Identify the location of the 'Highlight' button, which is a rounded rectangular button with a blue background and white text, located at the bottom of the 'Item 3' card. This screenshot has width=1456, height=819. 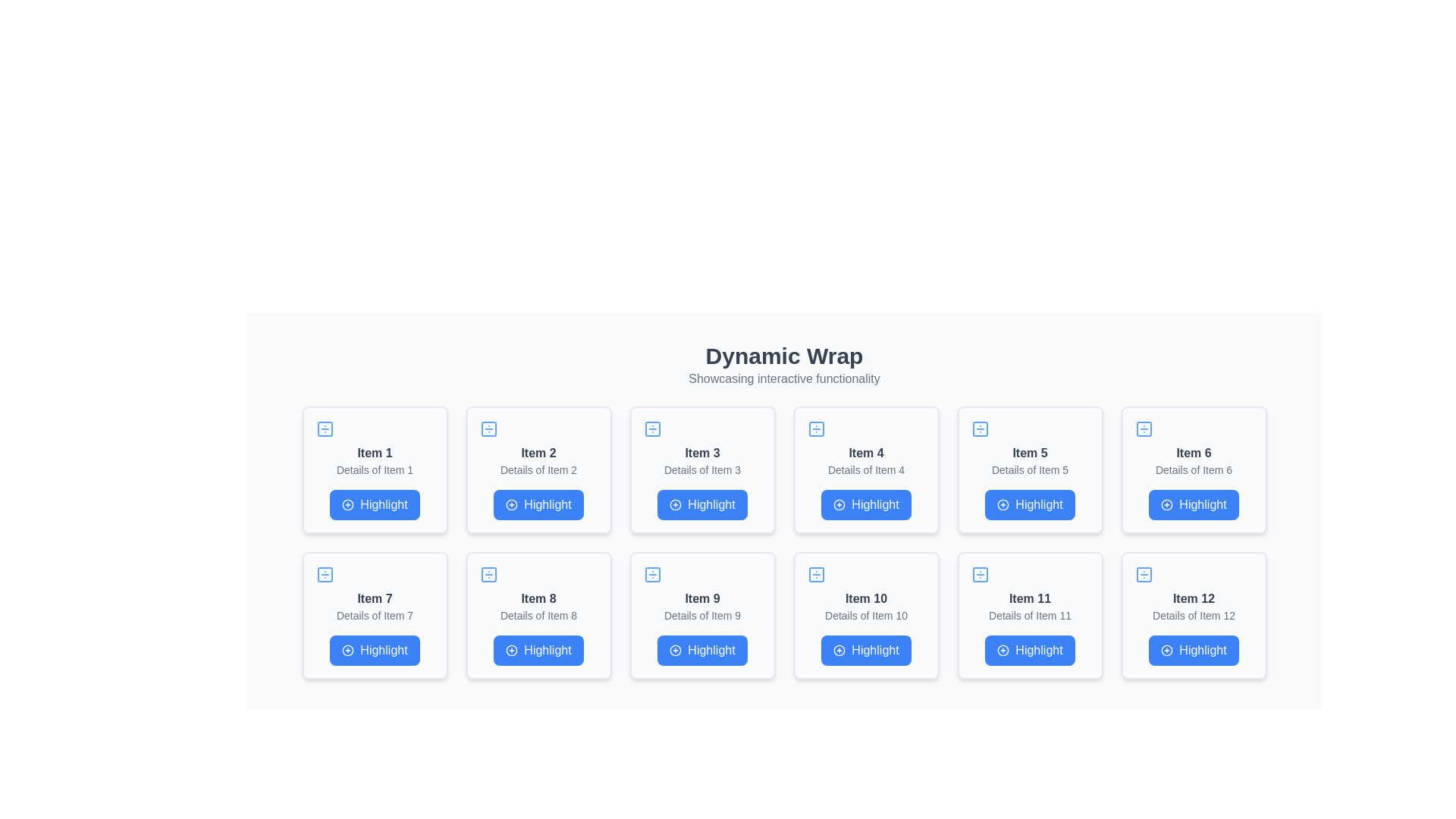
(701, 505).